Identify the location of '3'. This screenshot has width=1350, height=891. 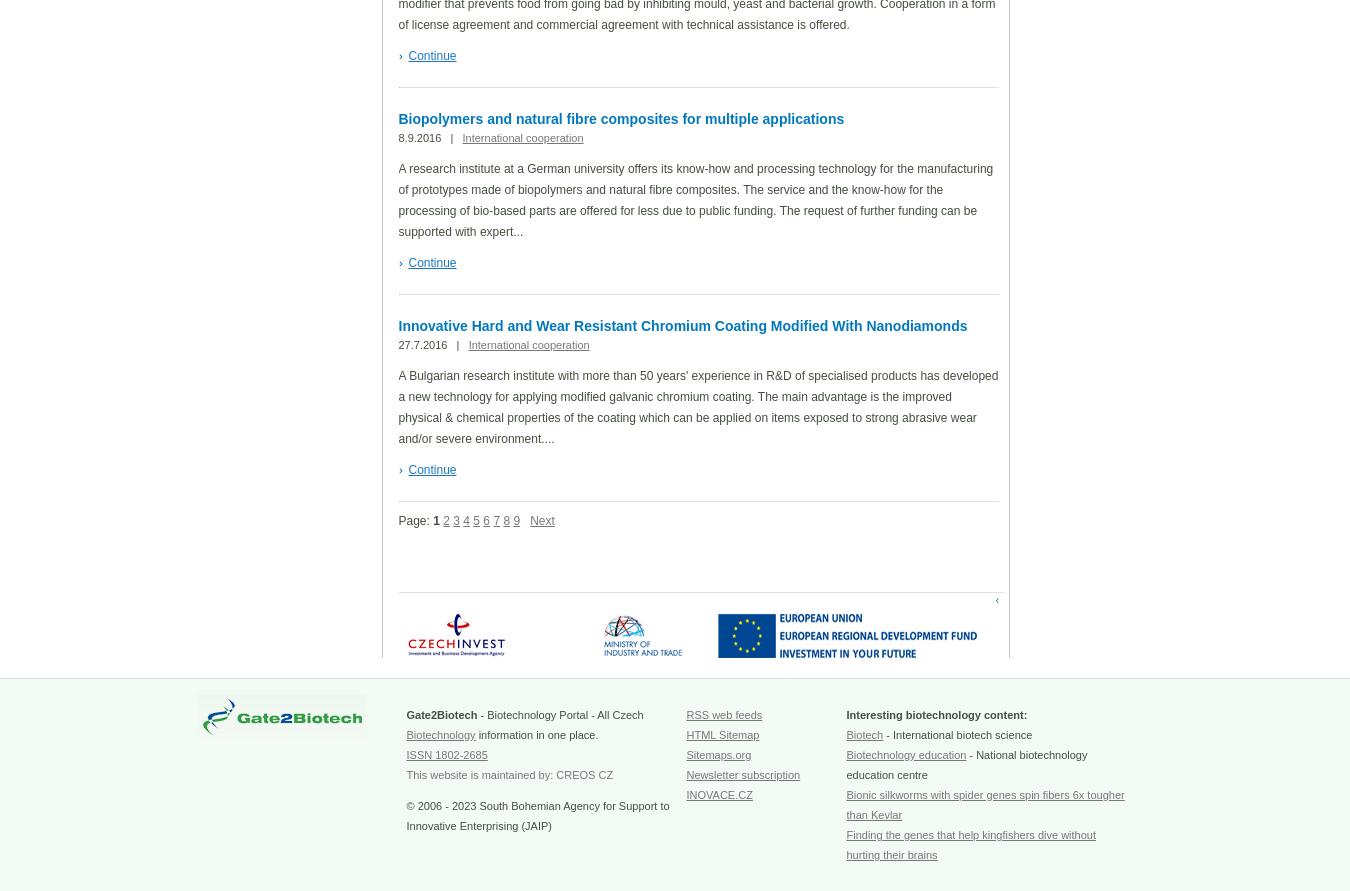
(452, 519).